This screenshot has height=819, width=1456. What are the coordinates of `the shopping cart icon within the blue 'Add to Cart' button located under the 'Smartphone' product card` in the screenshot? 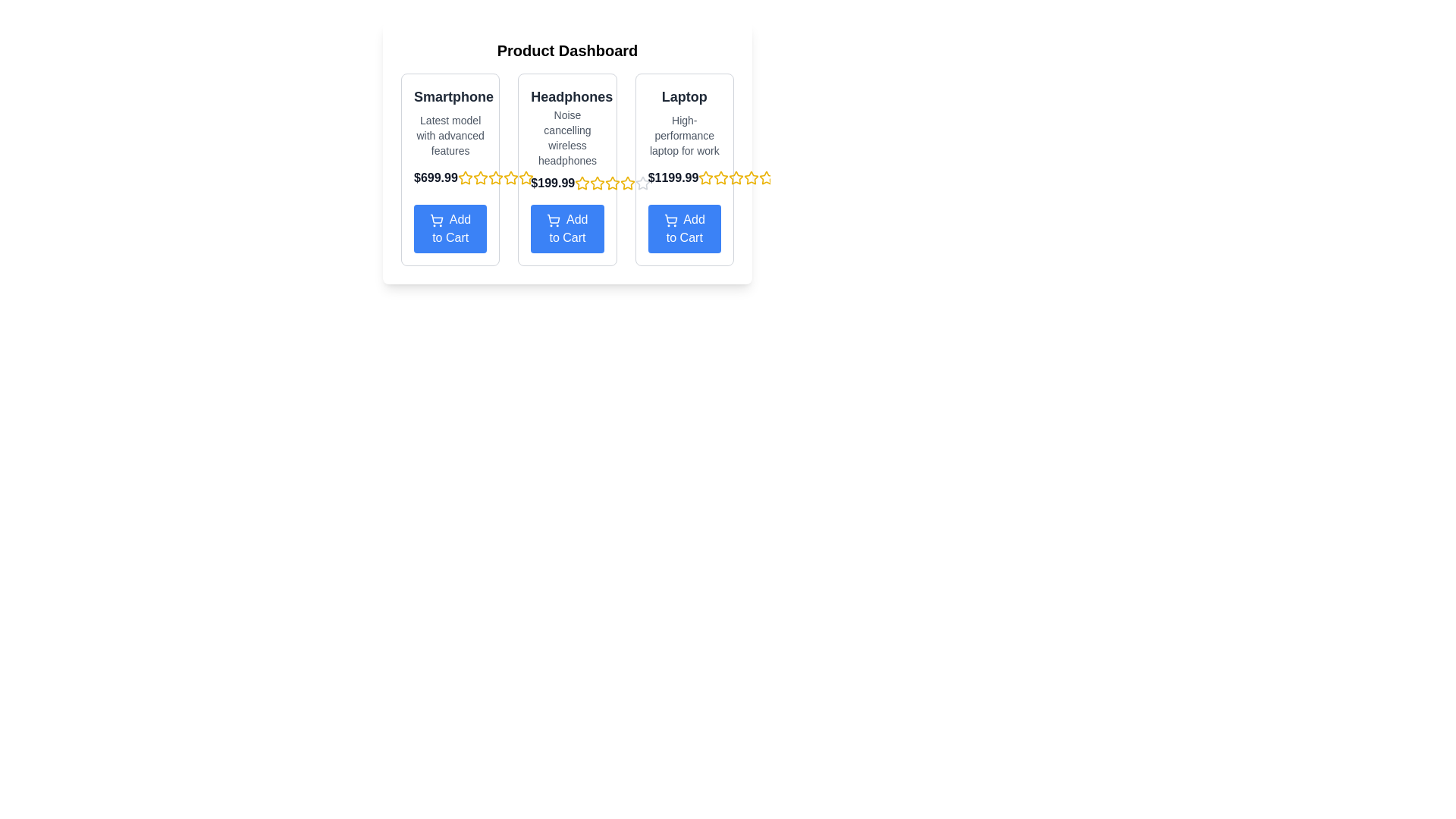 It's located at (436, 218).